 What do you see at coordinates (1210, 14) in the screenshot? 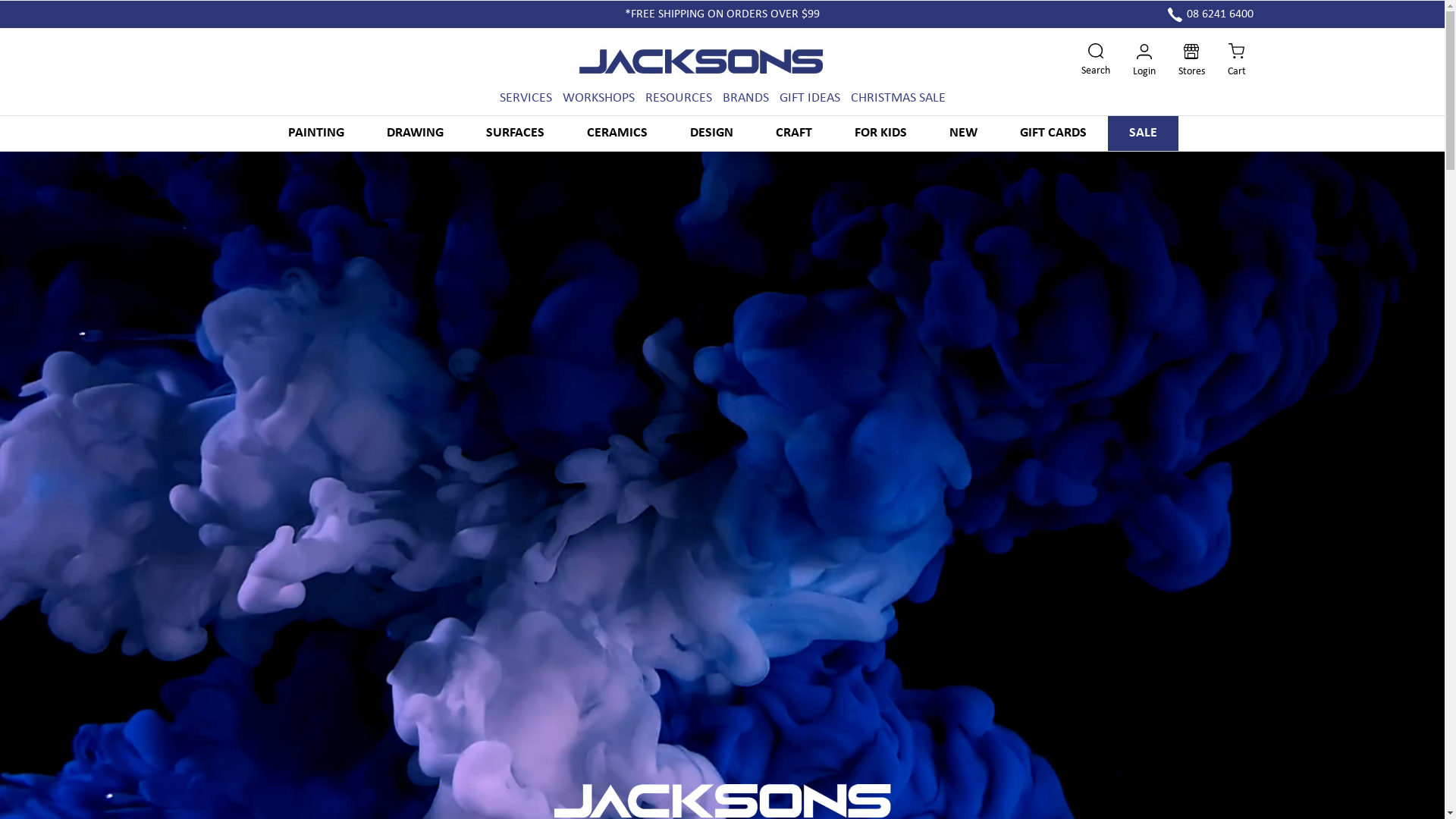
I see `' 08 6241 6400'` at bounding box center [1210, 14].